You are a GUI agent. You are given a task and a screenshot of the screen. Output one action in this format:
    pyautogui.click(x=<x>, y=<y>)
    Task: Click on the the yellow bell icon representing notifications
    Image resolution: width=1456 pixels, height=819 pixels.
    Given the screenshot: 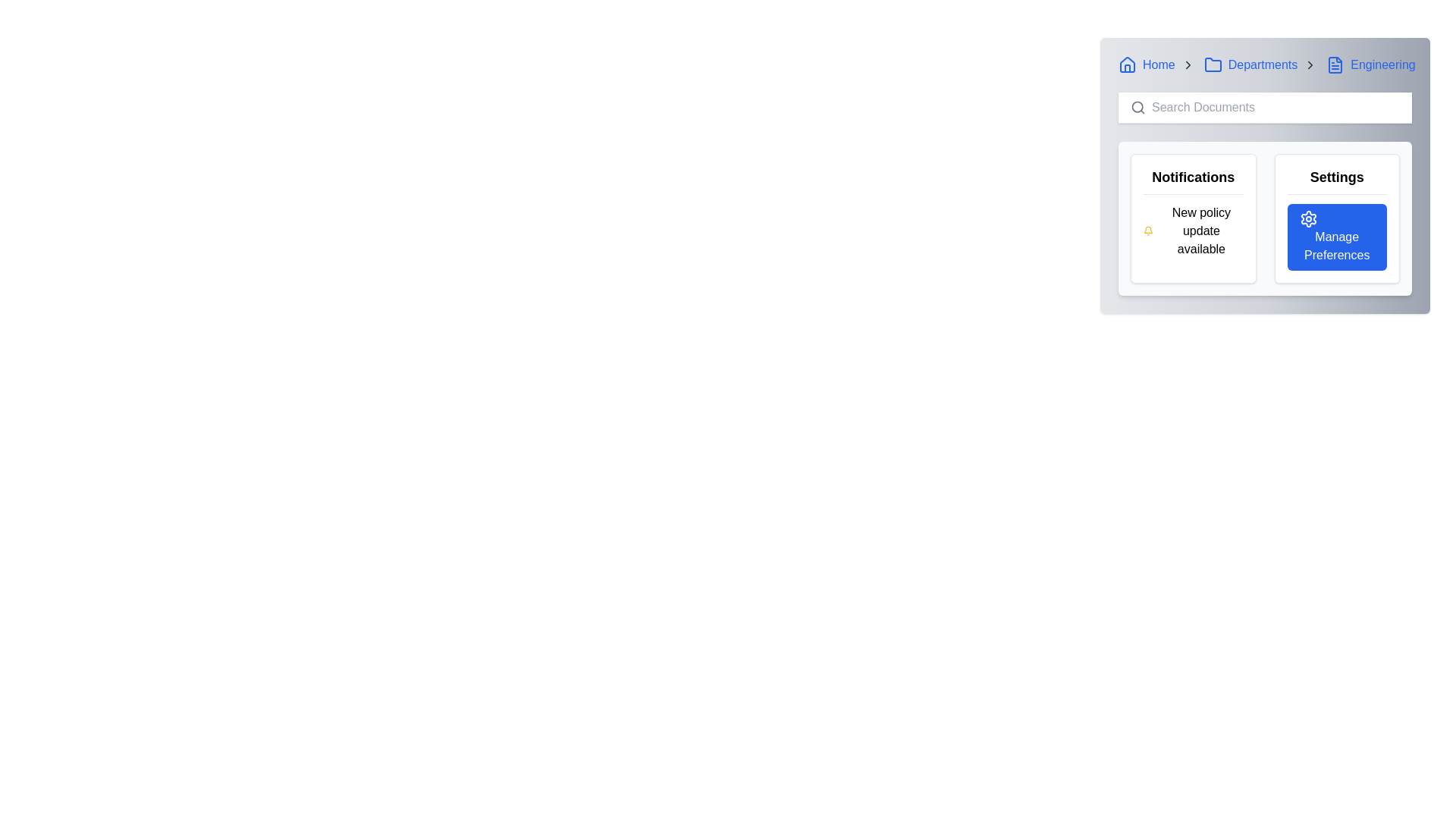 What is the action you would take?
    pyautogui.click(x=1148, y=231)
    